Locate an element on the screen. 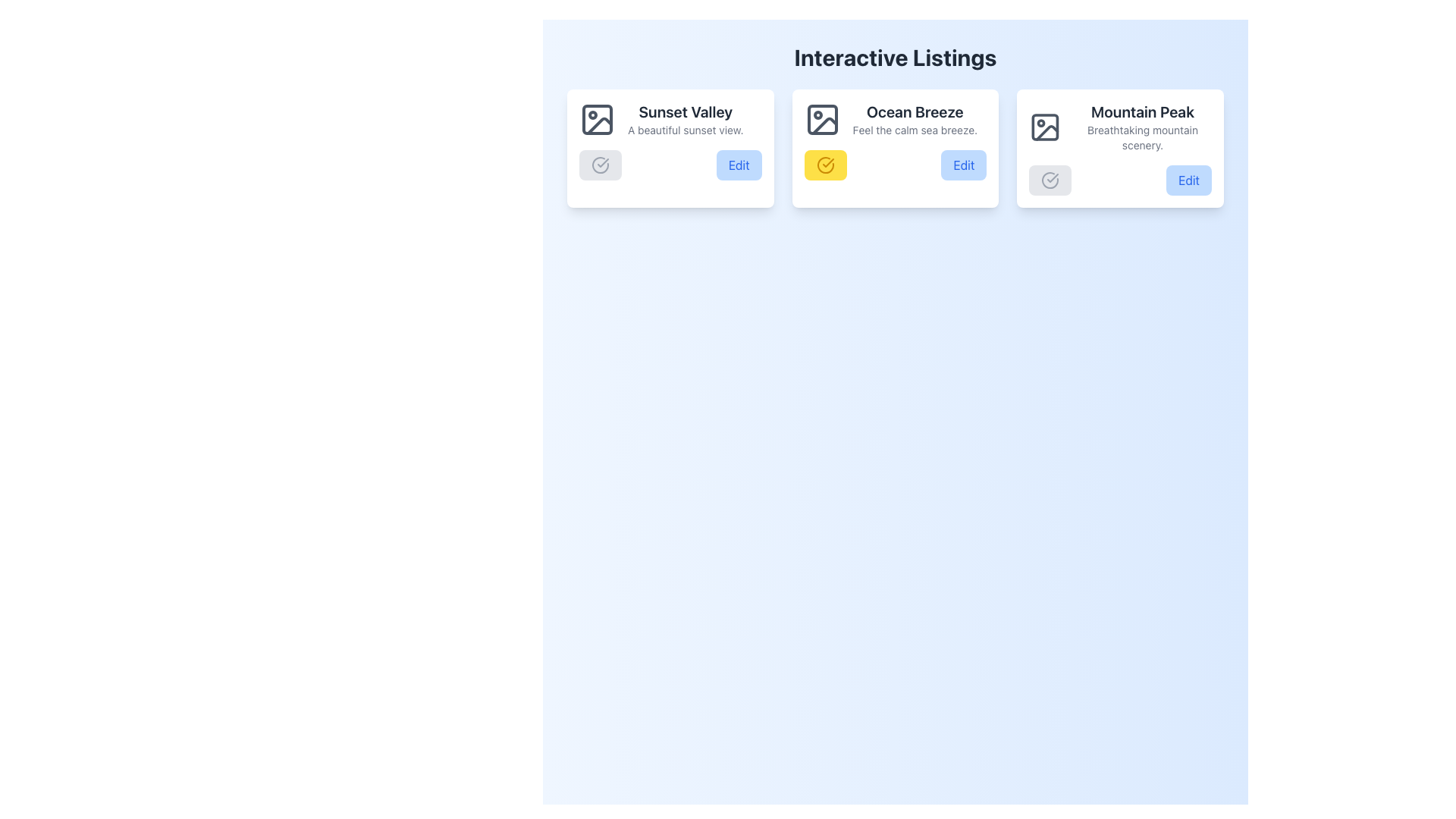 The width and height of the screenshot is (1456, 819). the interactive indicator located below the 'Sunset Valley' text and to the left of the 'Edit' button is located at coordinates (600, 165).